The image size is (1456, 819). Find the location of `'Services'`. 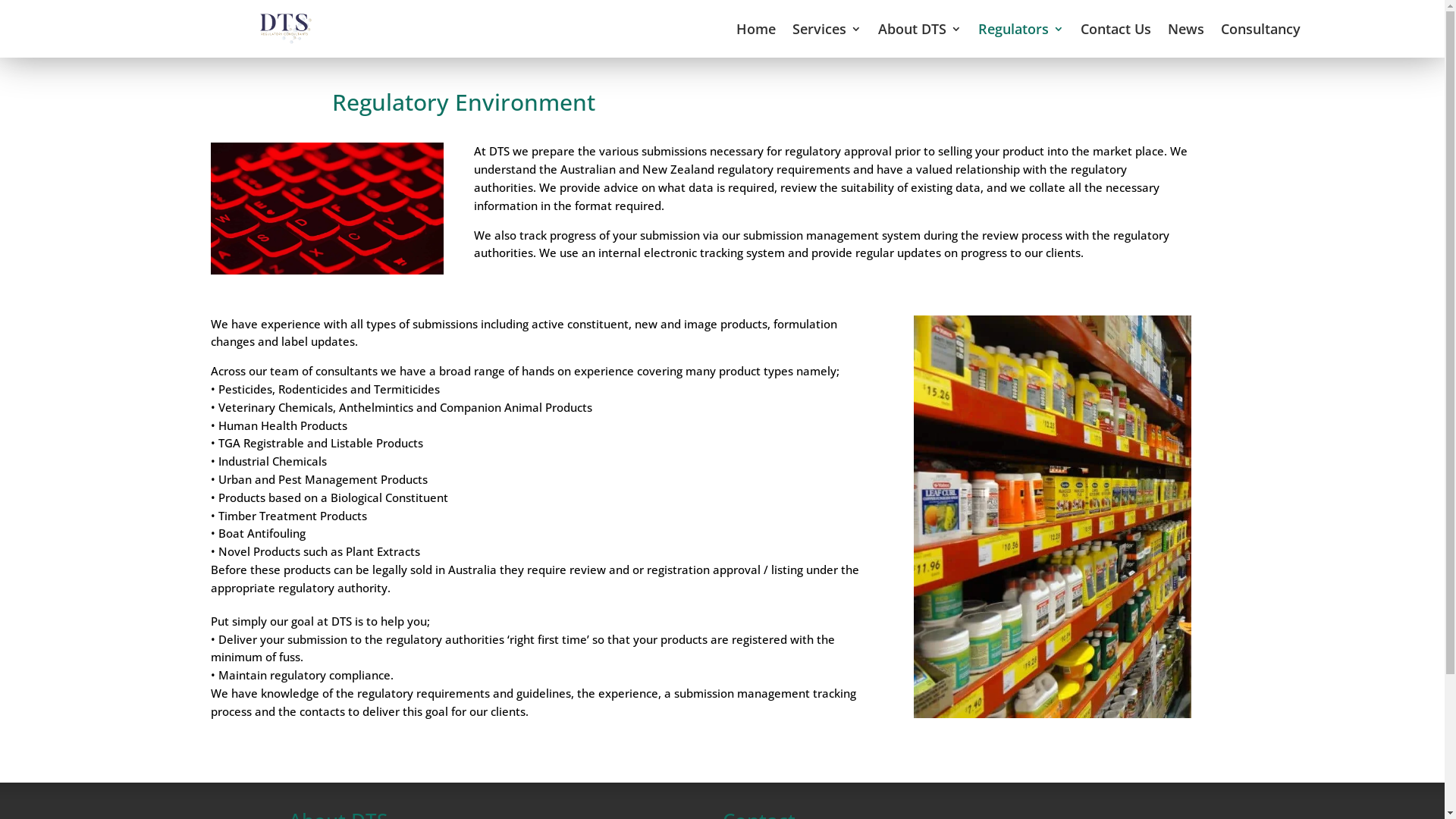

'Services' is located at coordinates (825, 29).